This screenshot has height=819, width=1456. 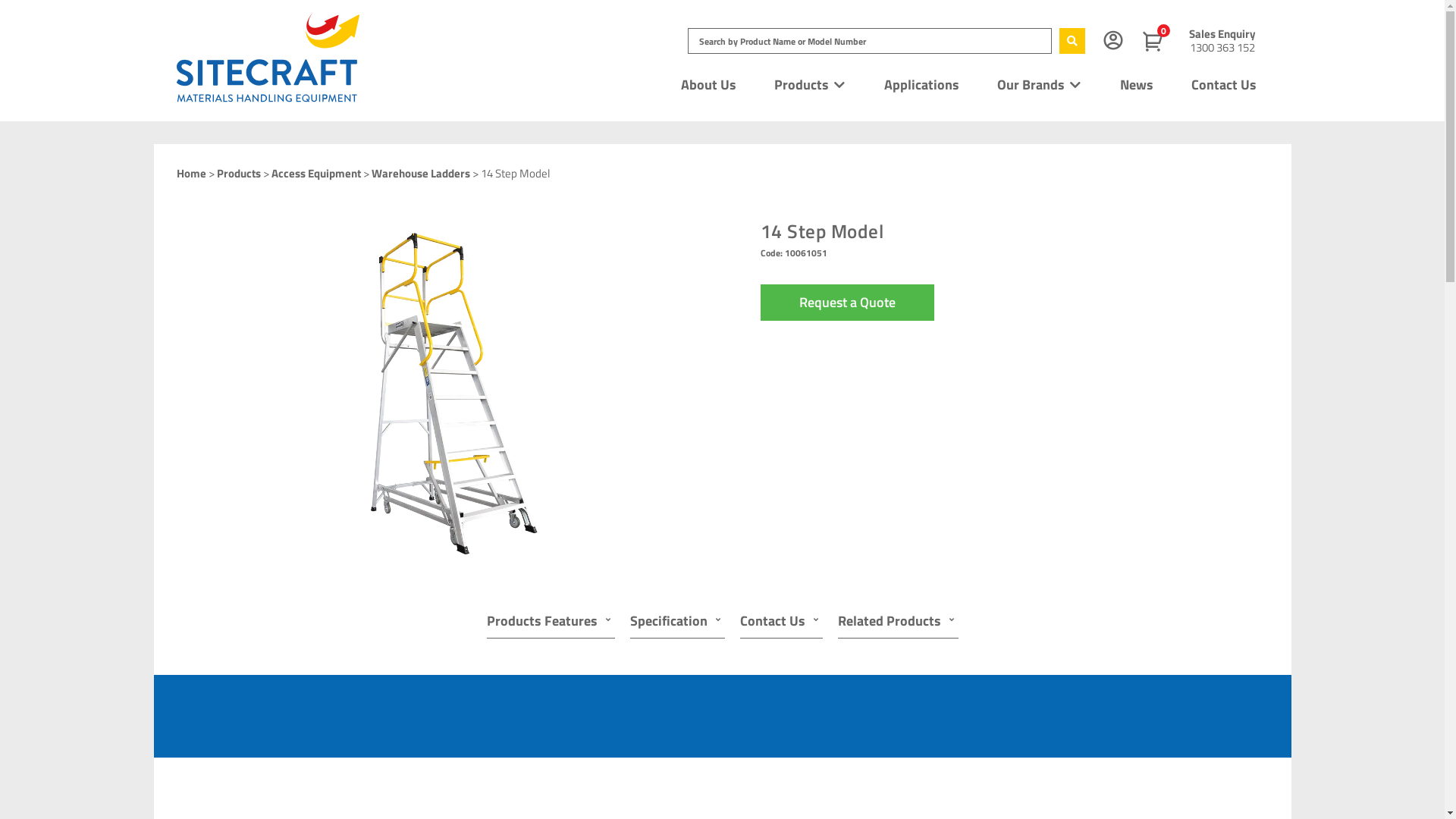 What do you see at coordinates (1405, 779) in the screenshot?
I see `'Chat'` at bounding box center [1405, 779].